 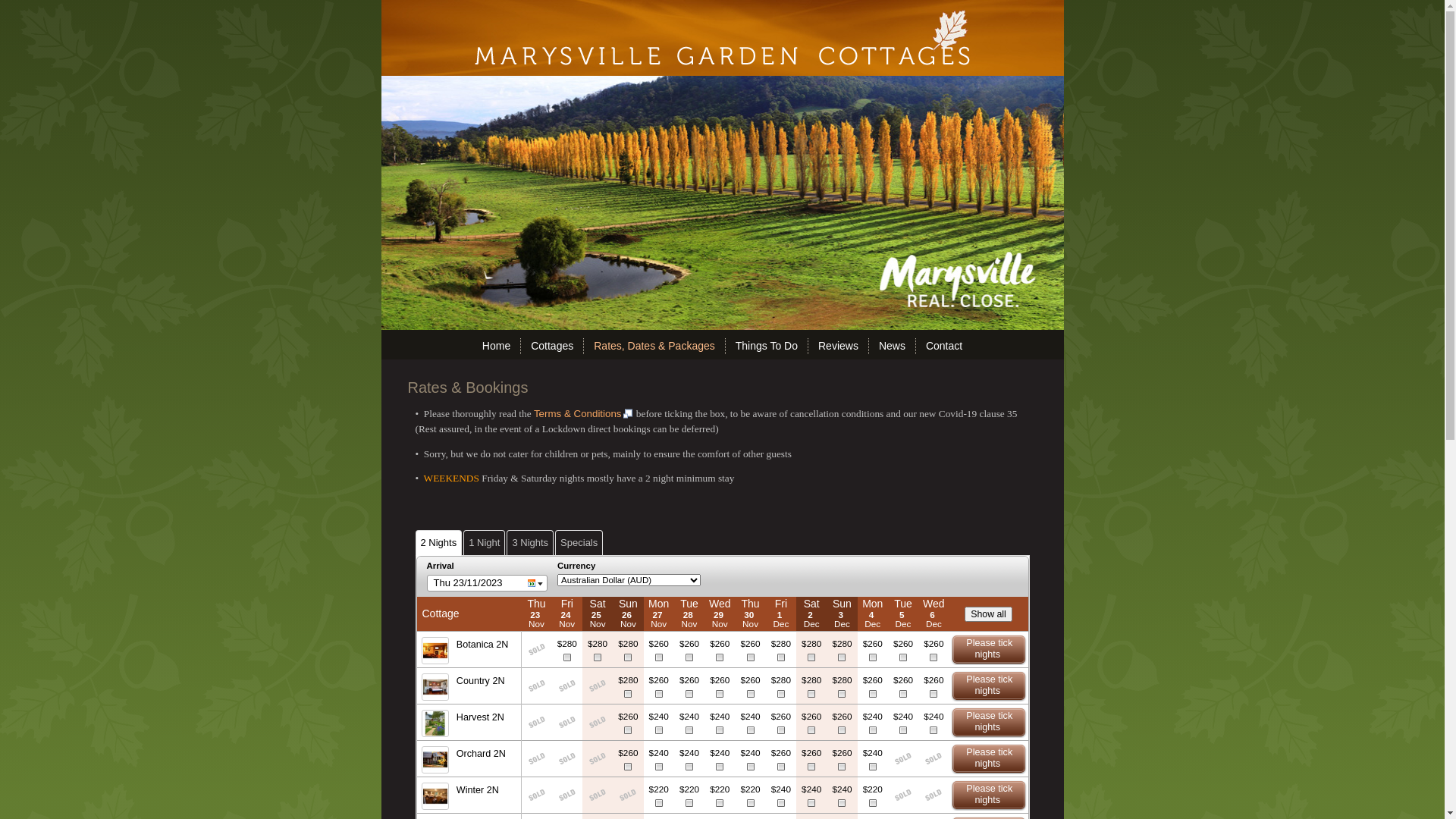 I want to click on 'Show all', so click(x=988, y=614).